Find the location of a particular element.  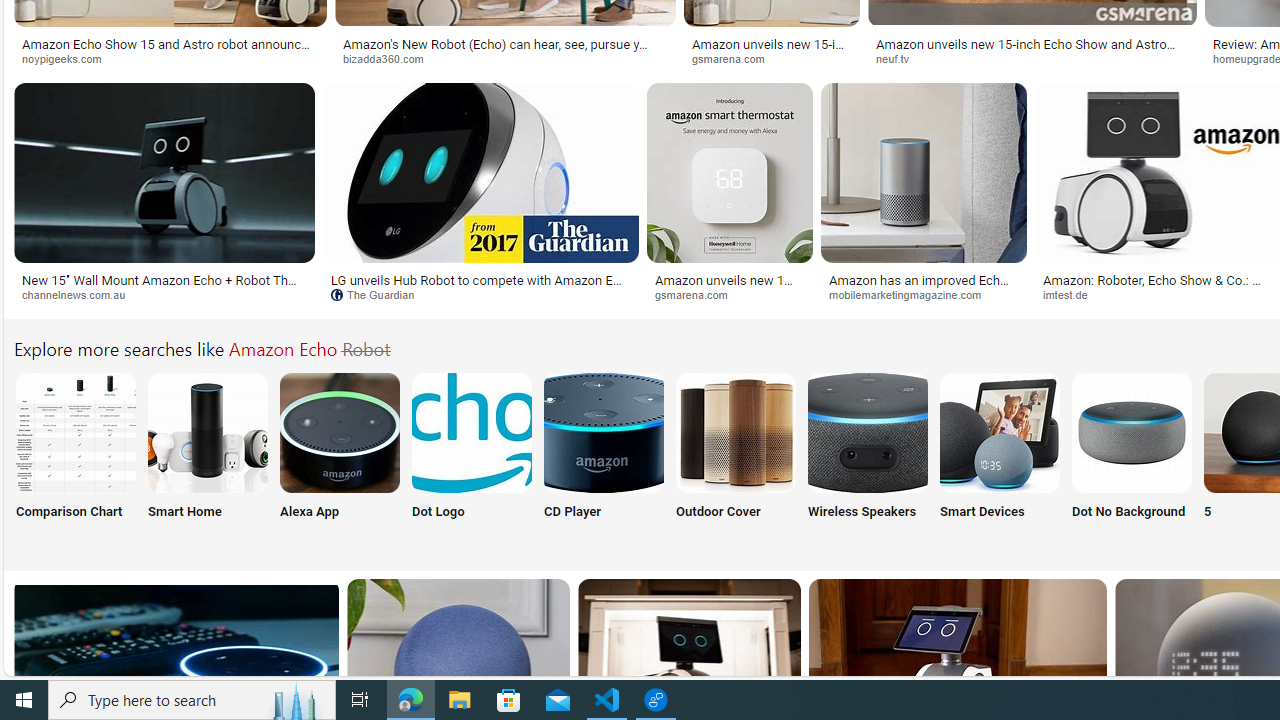

'channelnews.com.au' is located at coordinates (164, 295).